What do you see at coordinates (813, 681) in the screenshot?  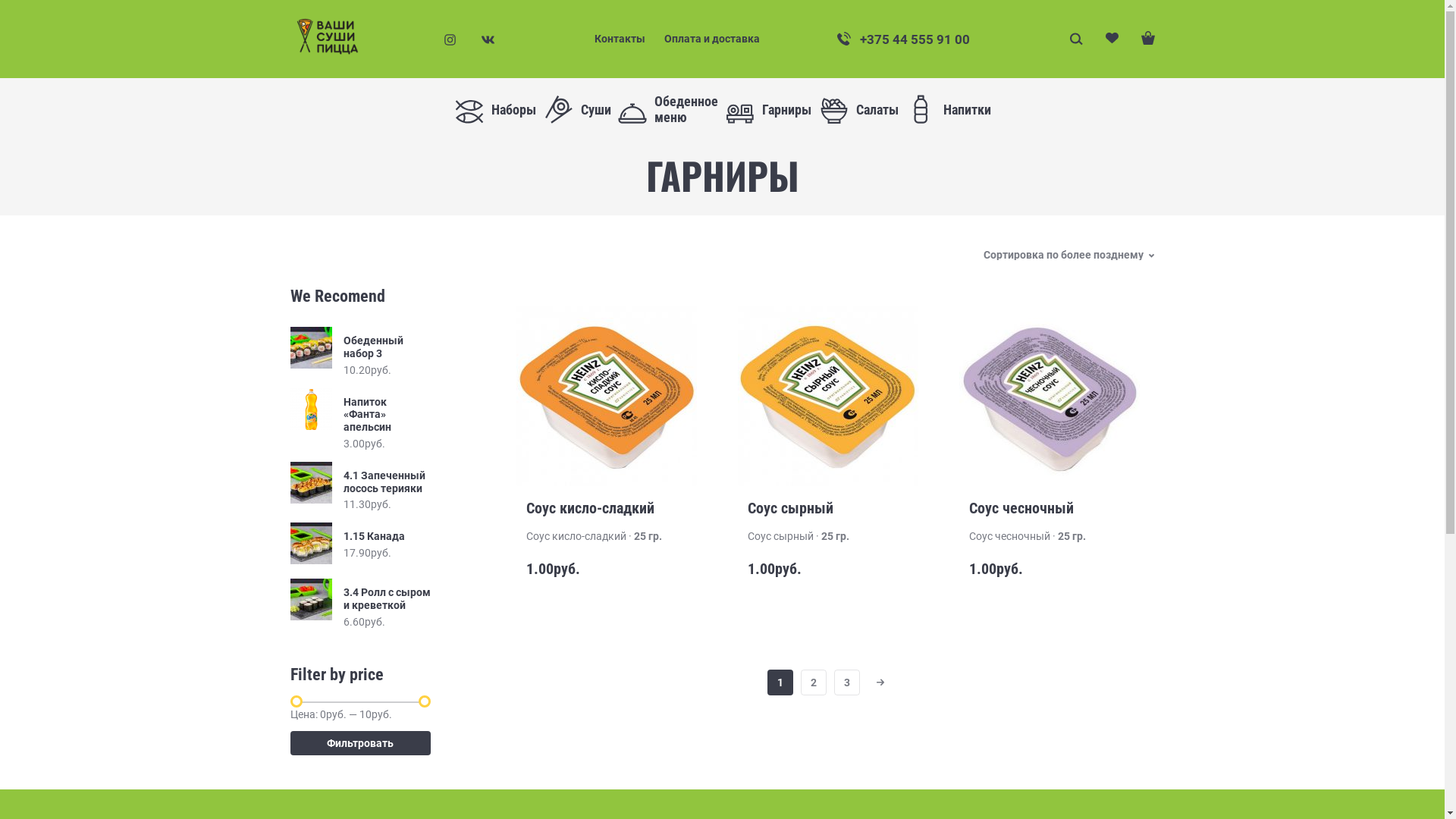 I see `'2'` at bounding box center [813, 681].